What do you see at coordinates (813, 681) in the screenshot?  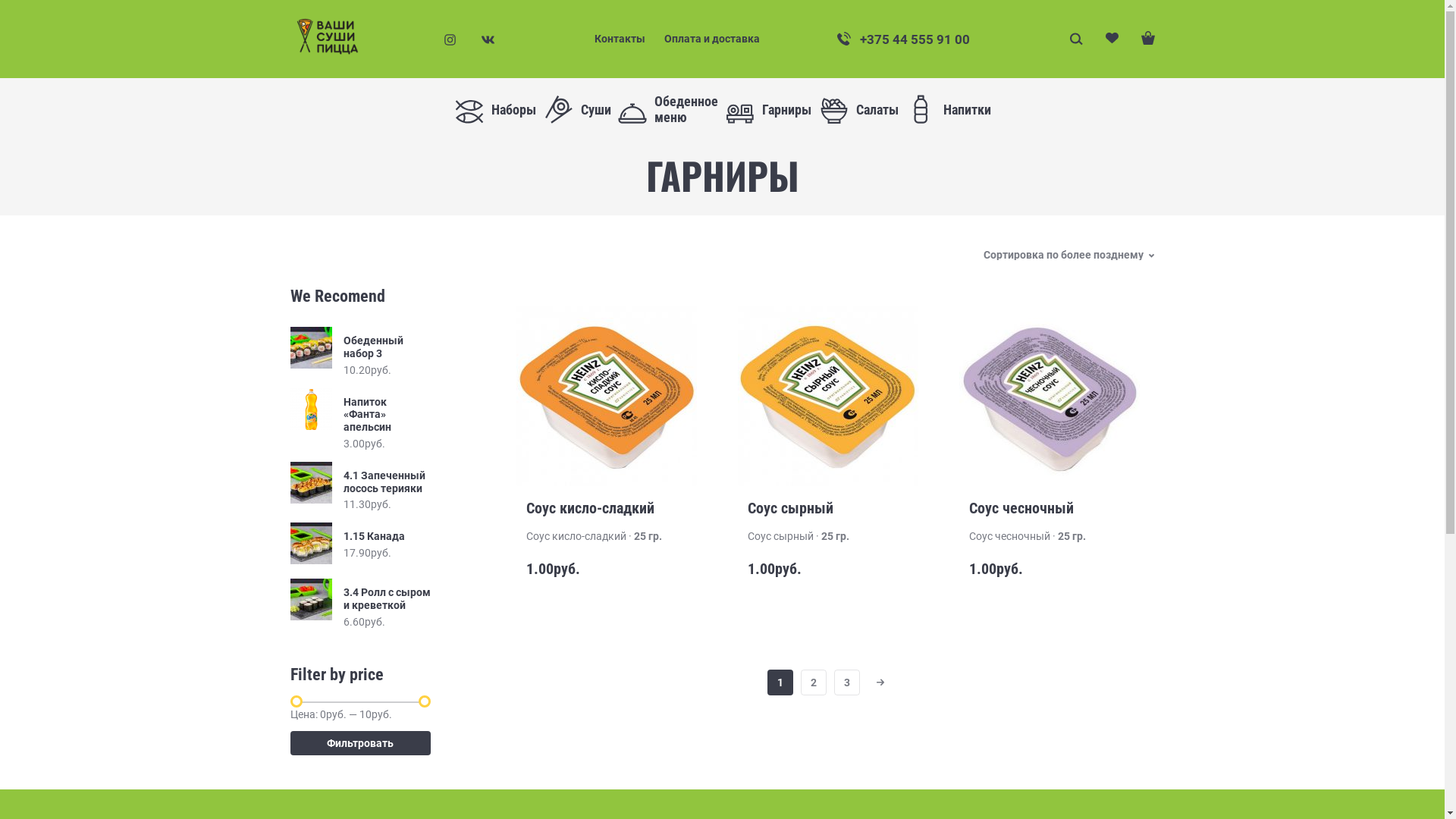 I see `'2'` at bounding box center [813, 681].